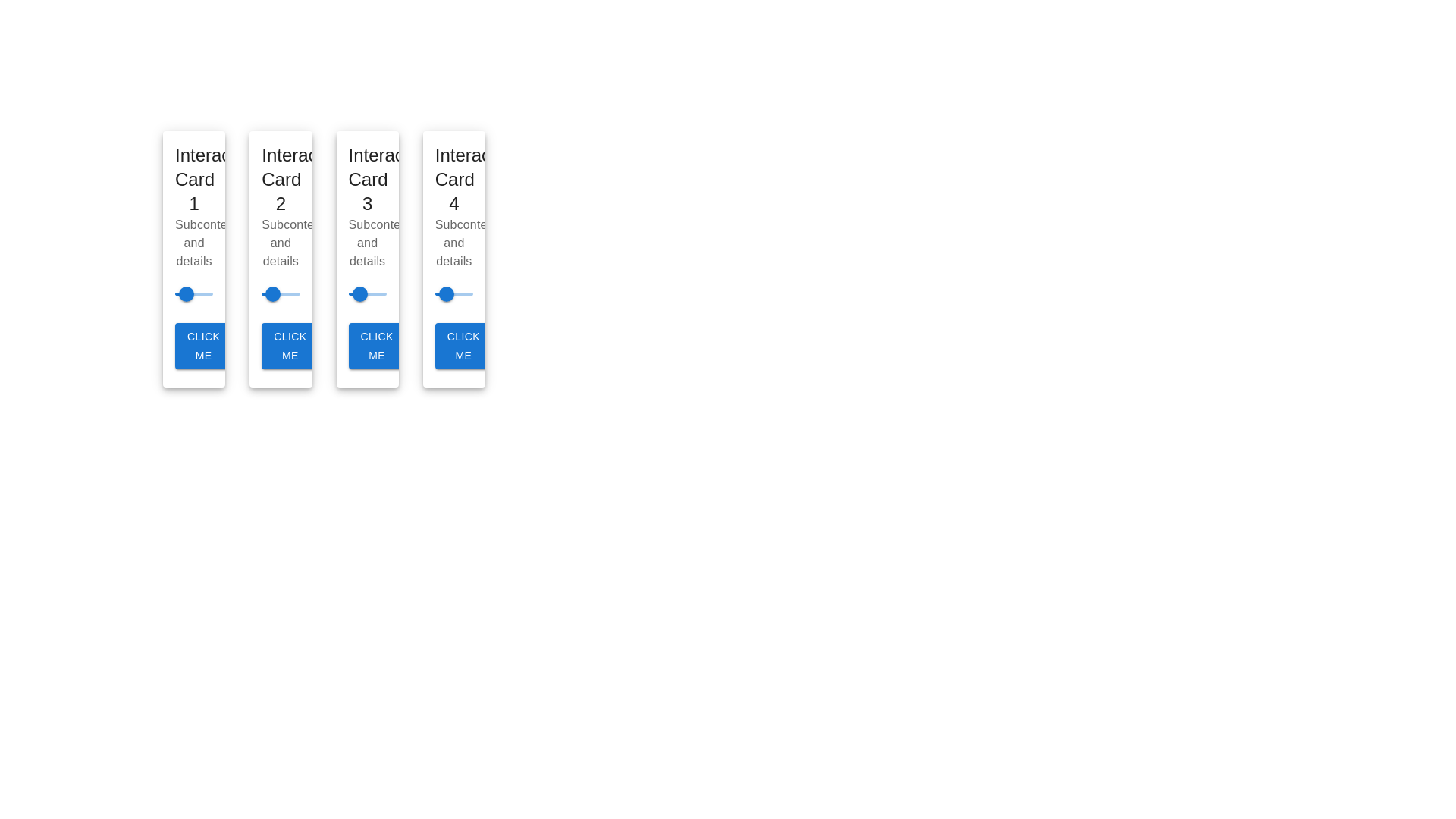 The image size is (1456, 819). What do you see at coordinates (281, 294) in the screenshot?
I see `the slider contained in 'Interactive Card 2'` at bounding box center [281, 294].